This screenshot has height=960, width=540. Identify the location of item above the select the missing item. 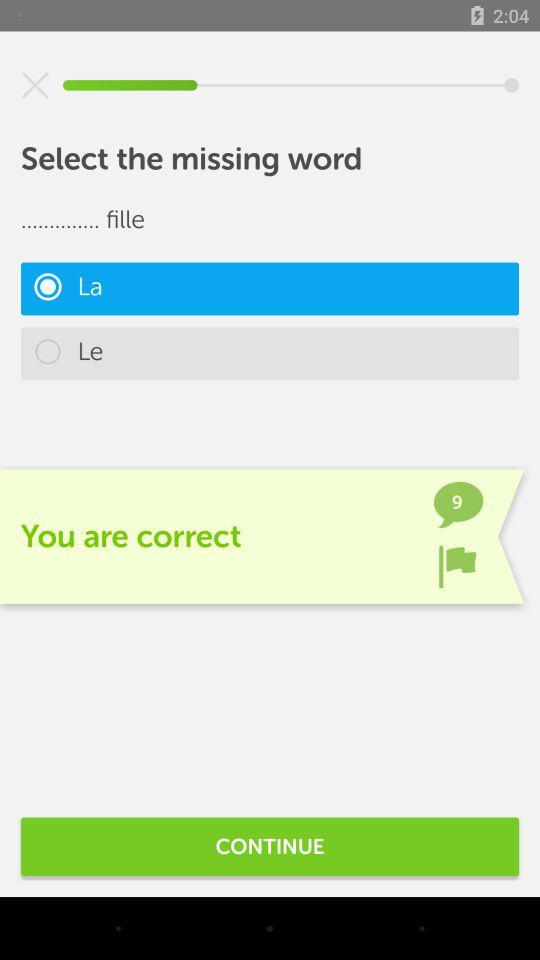
(35, 85).